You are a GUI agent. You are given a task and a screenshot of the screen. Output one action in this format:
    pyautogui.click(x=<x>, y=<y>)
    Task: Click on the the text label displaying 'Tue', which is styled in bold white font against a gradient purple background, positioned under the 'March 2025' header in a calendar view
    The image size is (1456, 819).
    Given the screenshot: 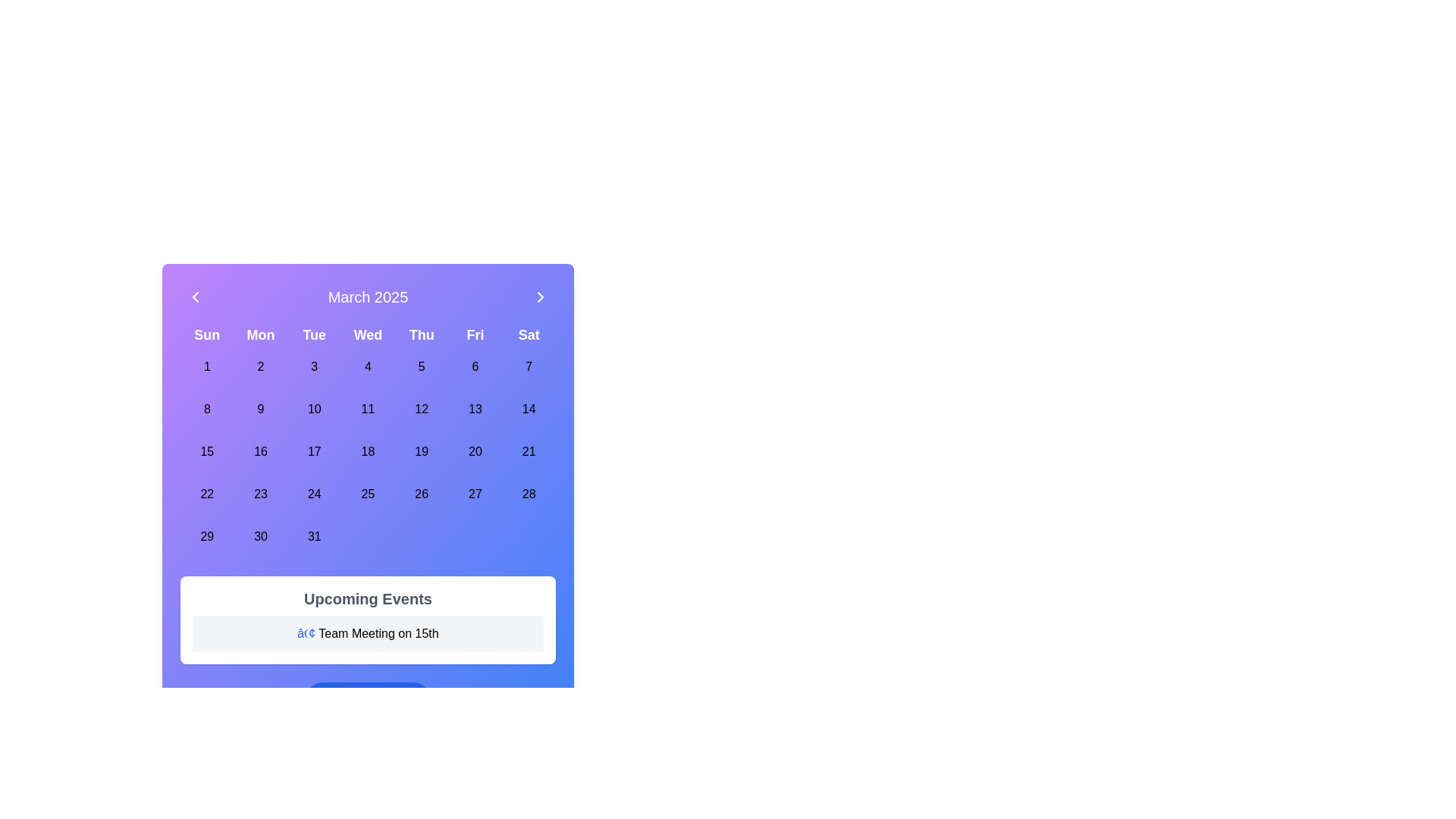 What is the action you would take?
    pyautogui.click(x=313, y=334)
    